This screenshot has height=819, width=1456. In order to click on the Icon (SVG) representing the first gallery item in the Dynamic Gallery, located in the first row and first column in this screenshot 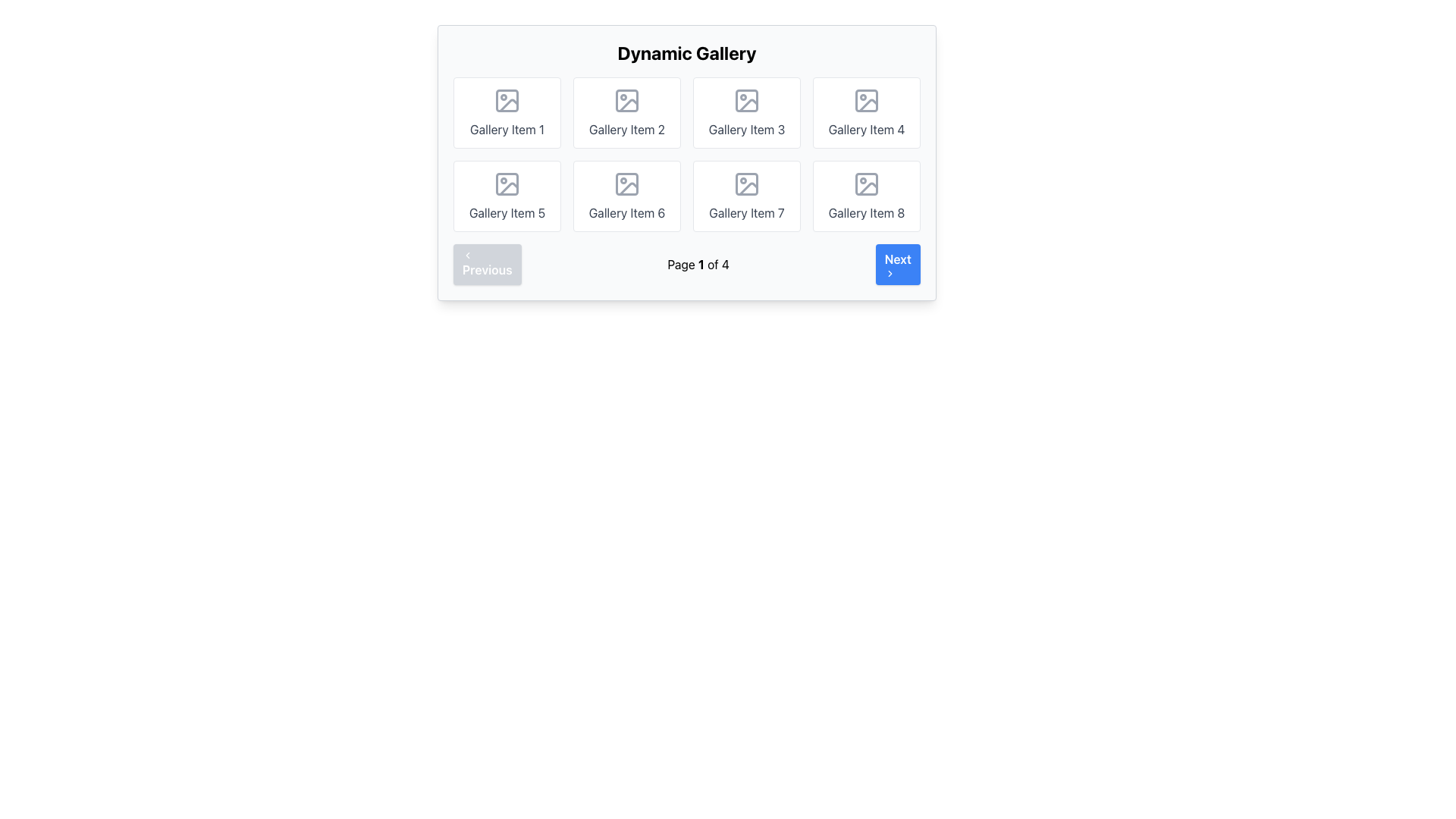, I will do `click(507, 100)`.